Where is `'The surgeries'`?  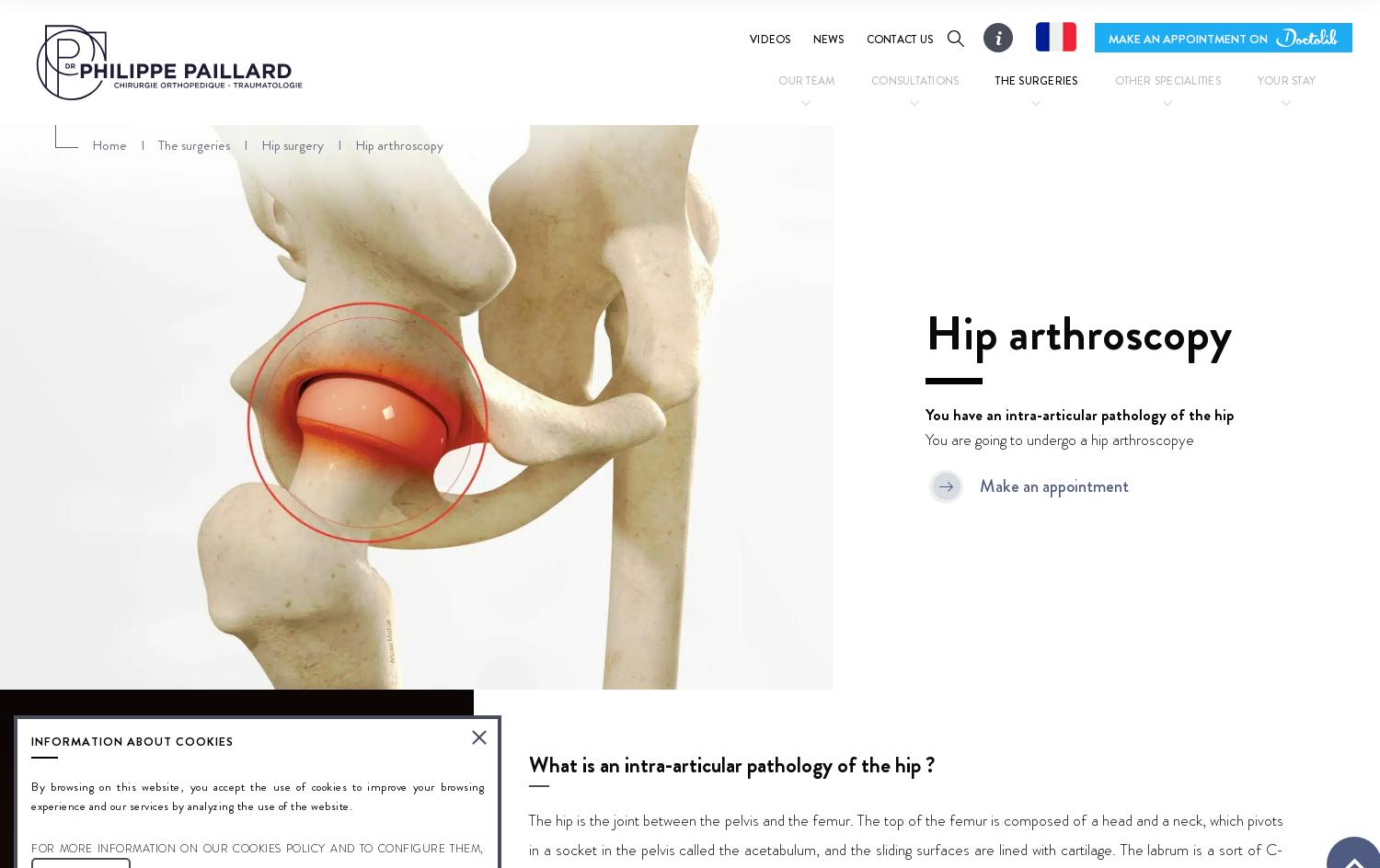 'The surgeries' is located at coordinates (1036, 79).